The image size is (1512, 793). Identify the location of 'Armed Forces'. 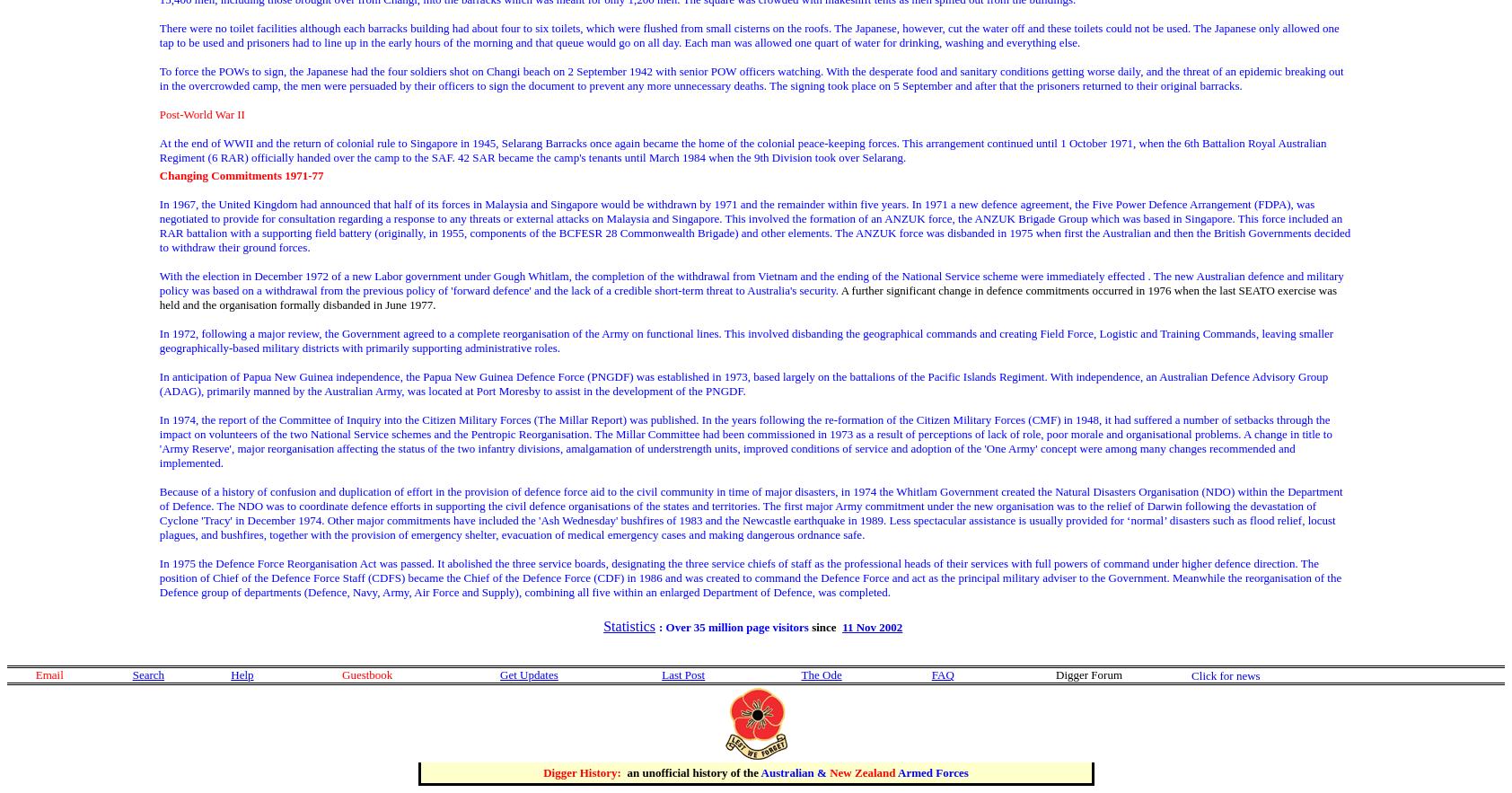
(932, 771).